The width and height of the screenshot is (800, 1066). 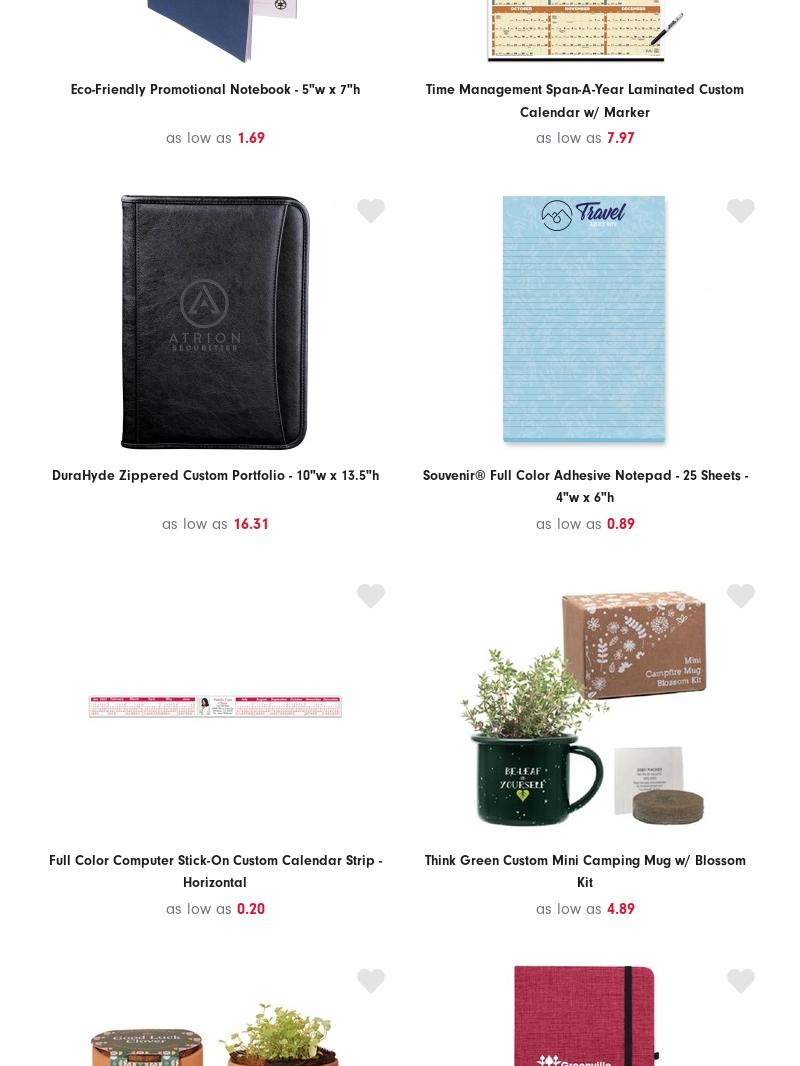 What do you see at coordinates (214, 474) in the screenshot?
I see `'DuraHyde Zippered Custom Portfolio - 10"w x 13.5"h'` at bounding box center [214, 474].